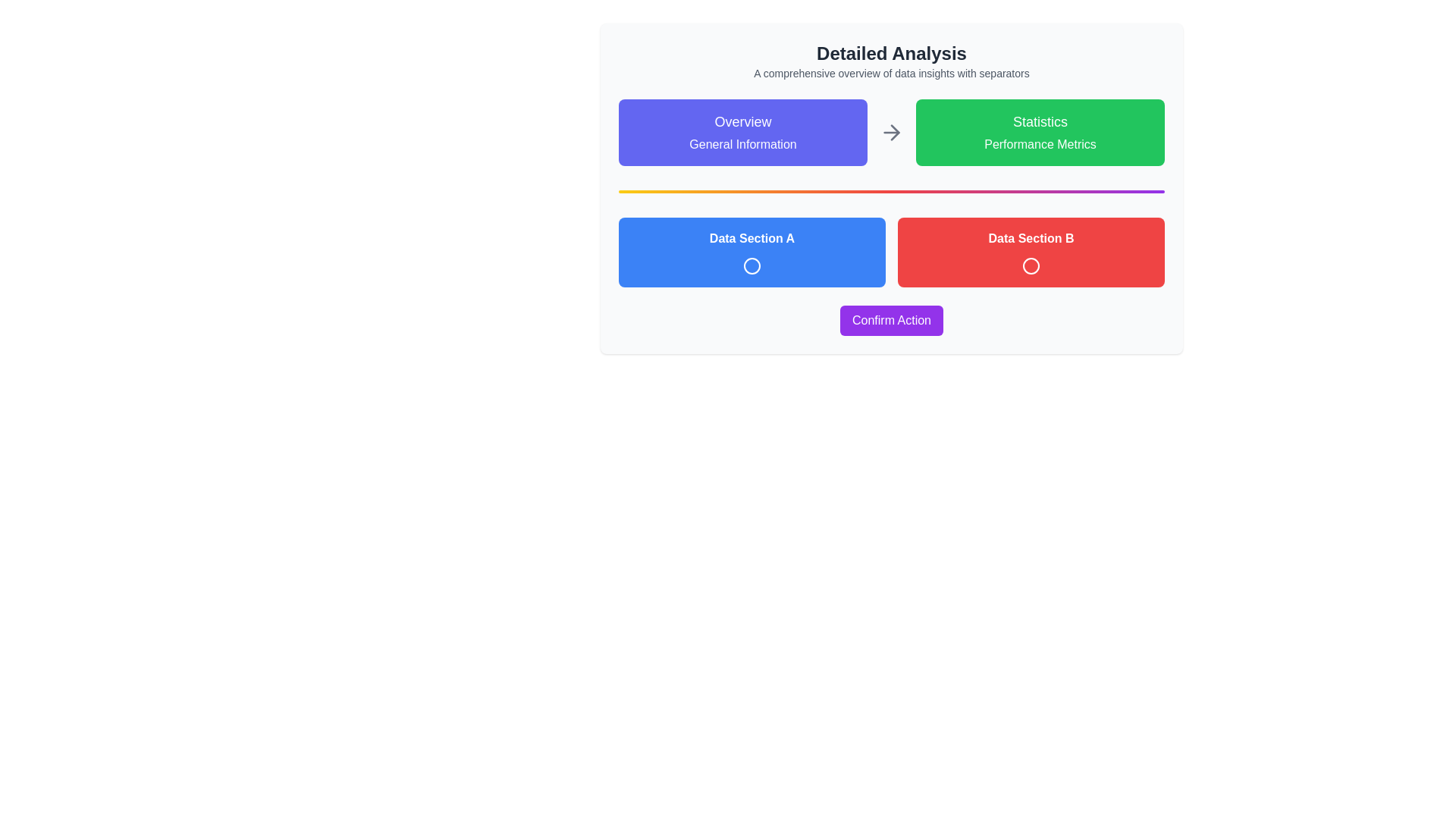  Describe the element at coordinates (1040, 131) in the screenshot. I see `the informational button that provides access to performance statistics, located to the right of the 'Overview General Information' purple box` at that location.